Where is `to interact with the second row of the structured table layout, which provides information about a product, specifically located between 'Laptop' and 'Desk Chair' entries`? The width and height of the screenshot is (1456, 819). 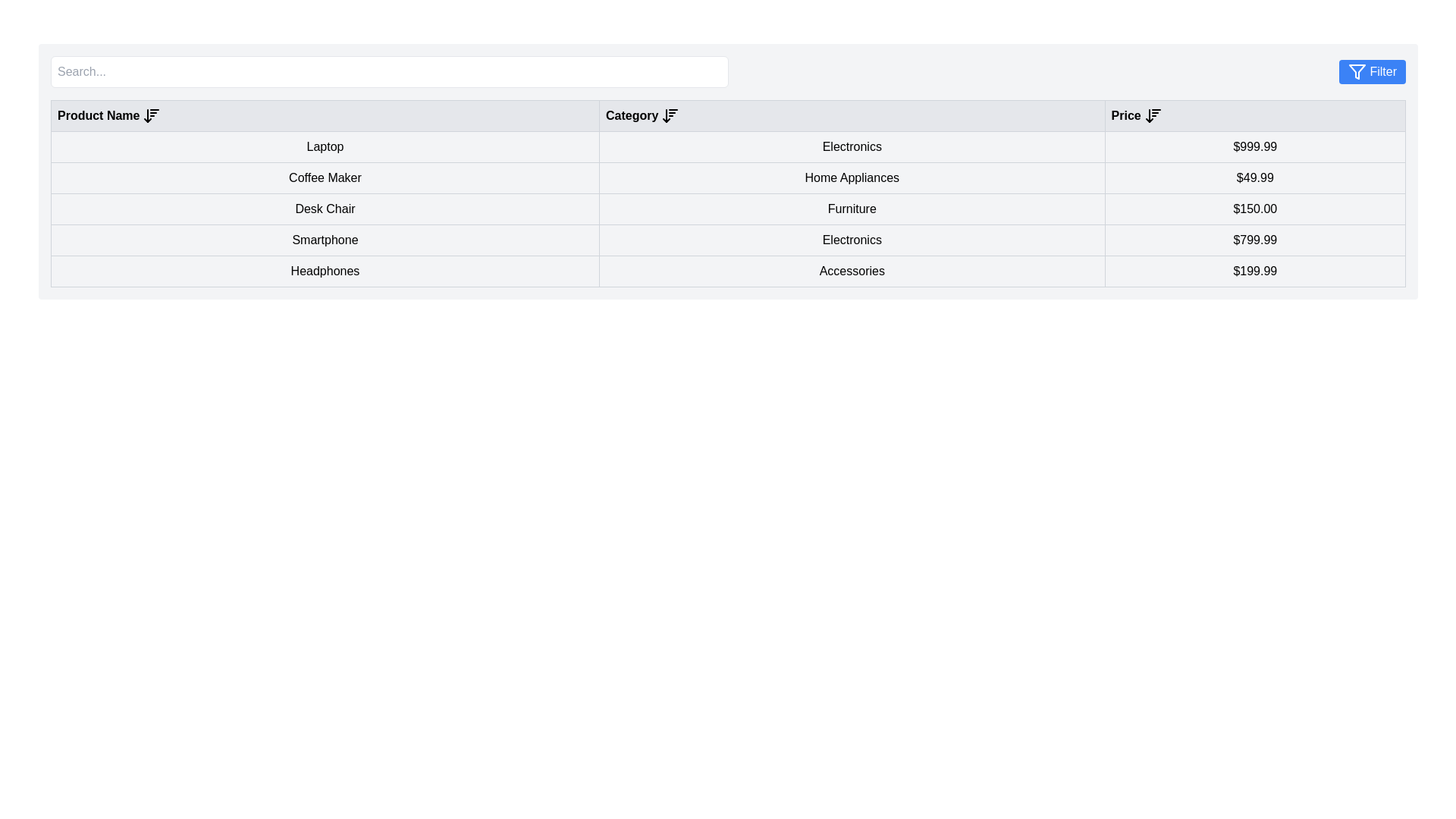 to interact with the second row of the structured table layout, which provides information about a product, specifically located between 'Laptop' and 'Desk Chair' entries is located at coordinates (728, 177).